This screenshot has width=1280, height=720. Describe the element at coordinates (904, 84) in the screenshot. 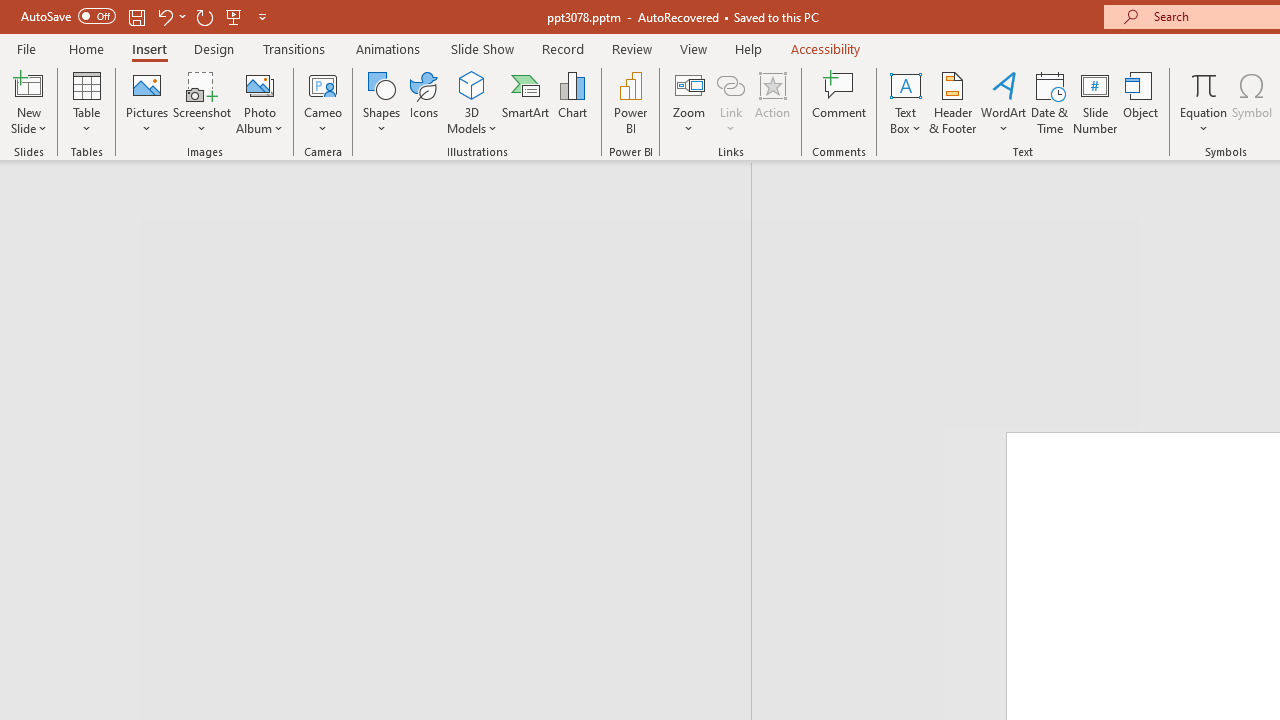

I see `'Draw Horizontal Text Box'` at that location.